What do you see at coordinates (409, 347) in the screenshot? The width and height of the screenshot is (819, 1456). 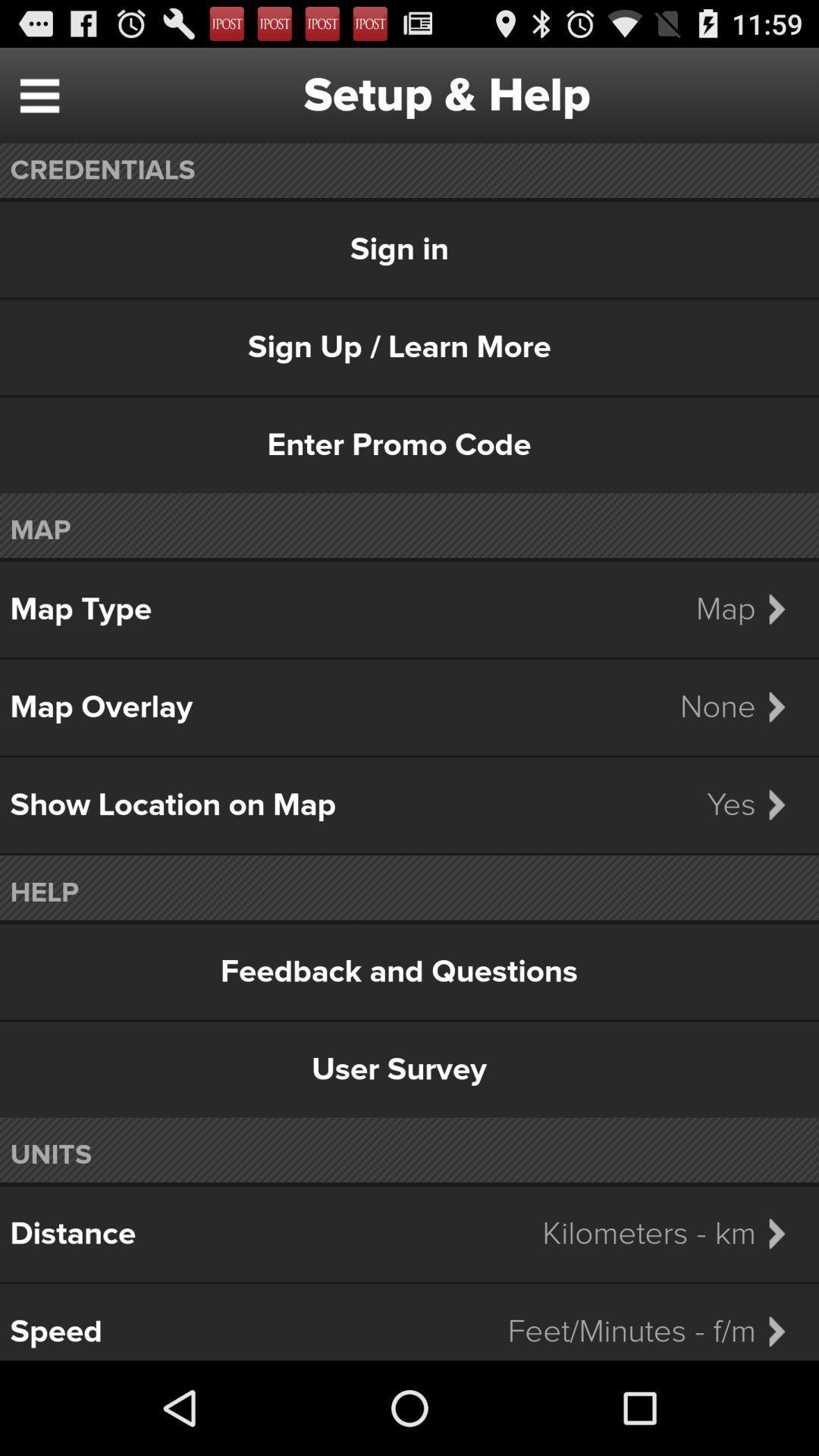 I see `sign up learn icon` at bounding box center [409, 347].